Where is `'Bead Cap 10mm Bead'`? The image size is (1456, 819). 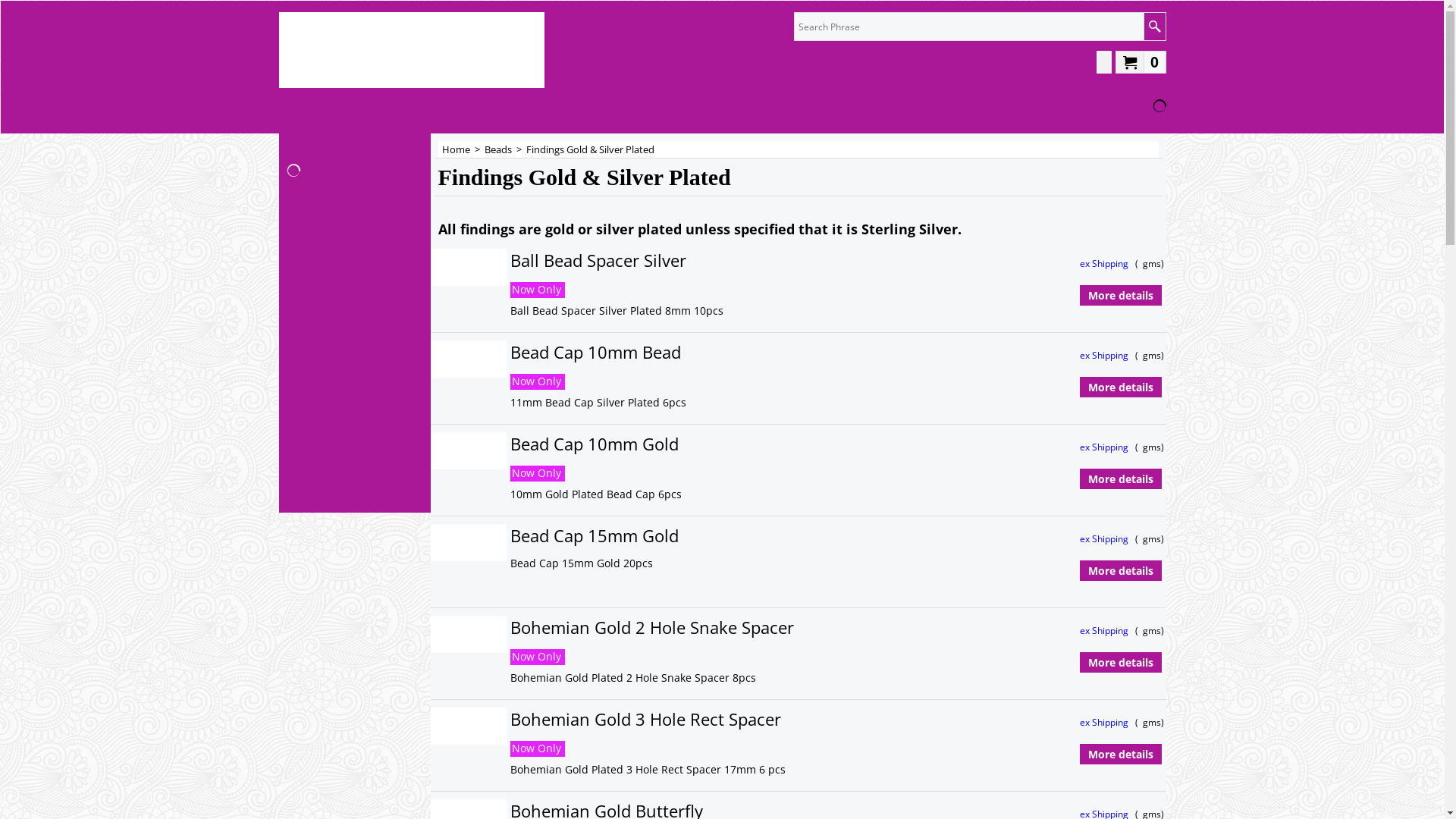
'Bead Cap 10mm Bead' is located at coordinates (726, 352).